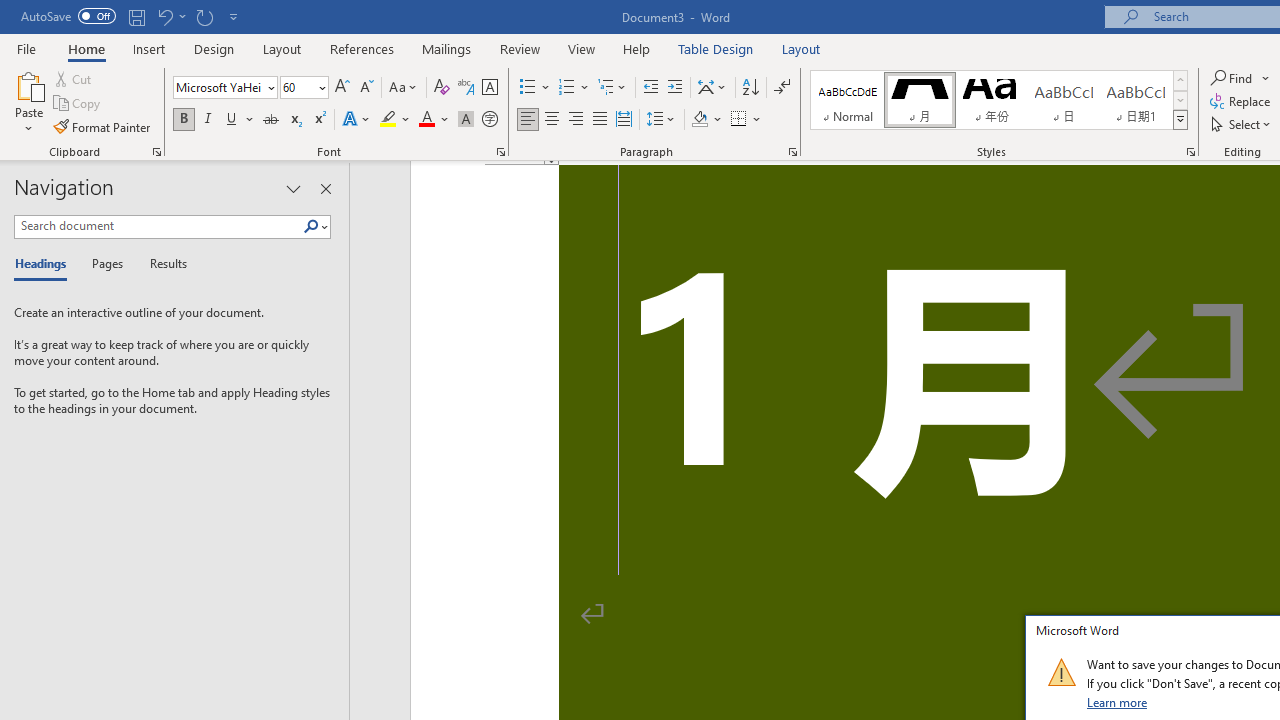  Describe the element at coordinates (170, 16) in the screenshot. I see `'Undo Increase Indent'` at that location.